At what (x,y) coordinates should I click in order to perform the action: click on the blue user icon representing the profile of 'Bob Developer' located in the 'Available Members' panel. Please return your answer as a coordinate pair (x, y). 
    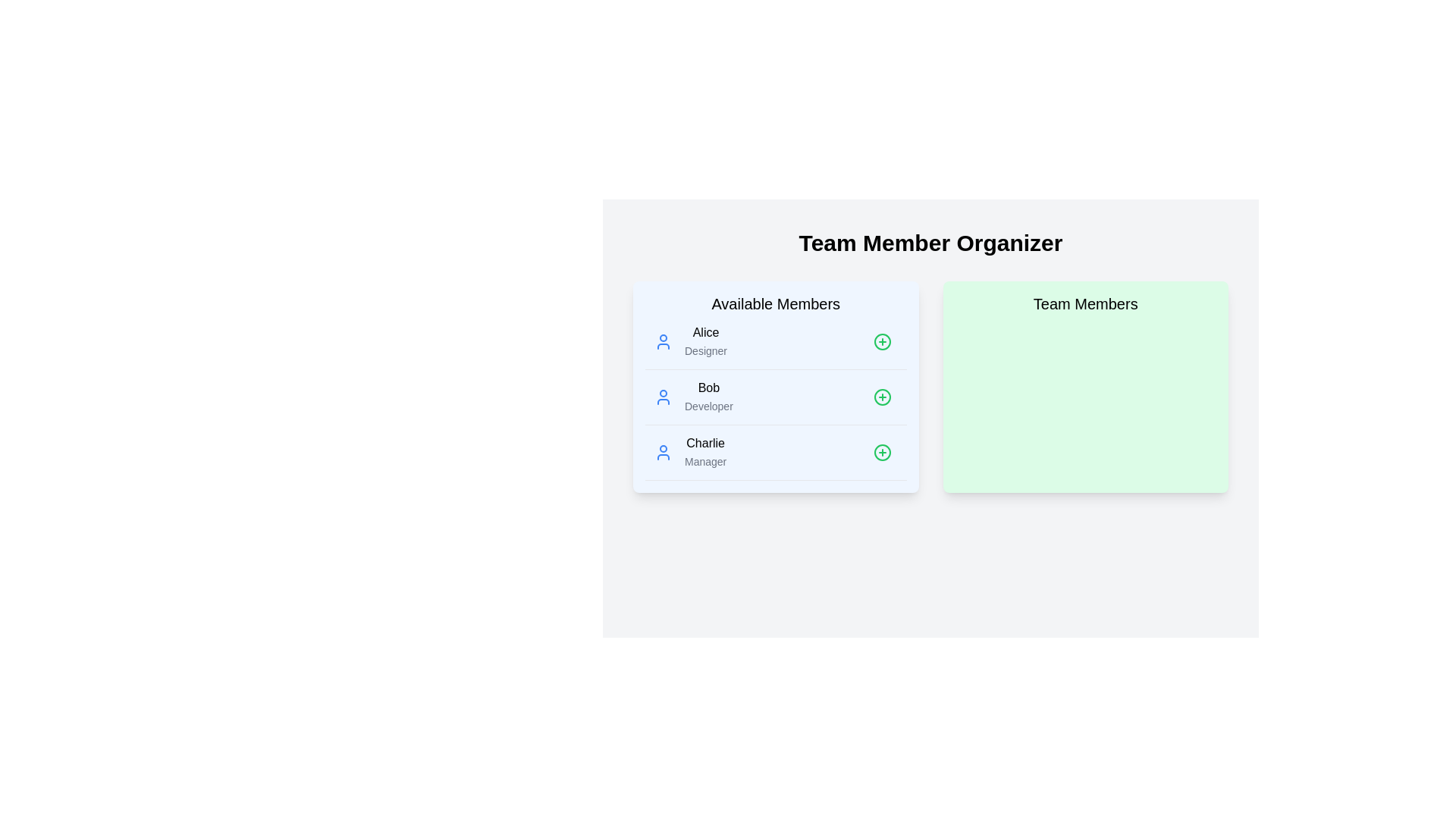
    Looking at the image, I should click on (663, 397).